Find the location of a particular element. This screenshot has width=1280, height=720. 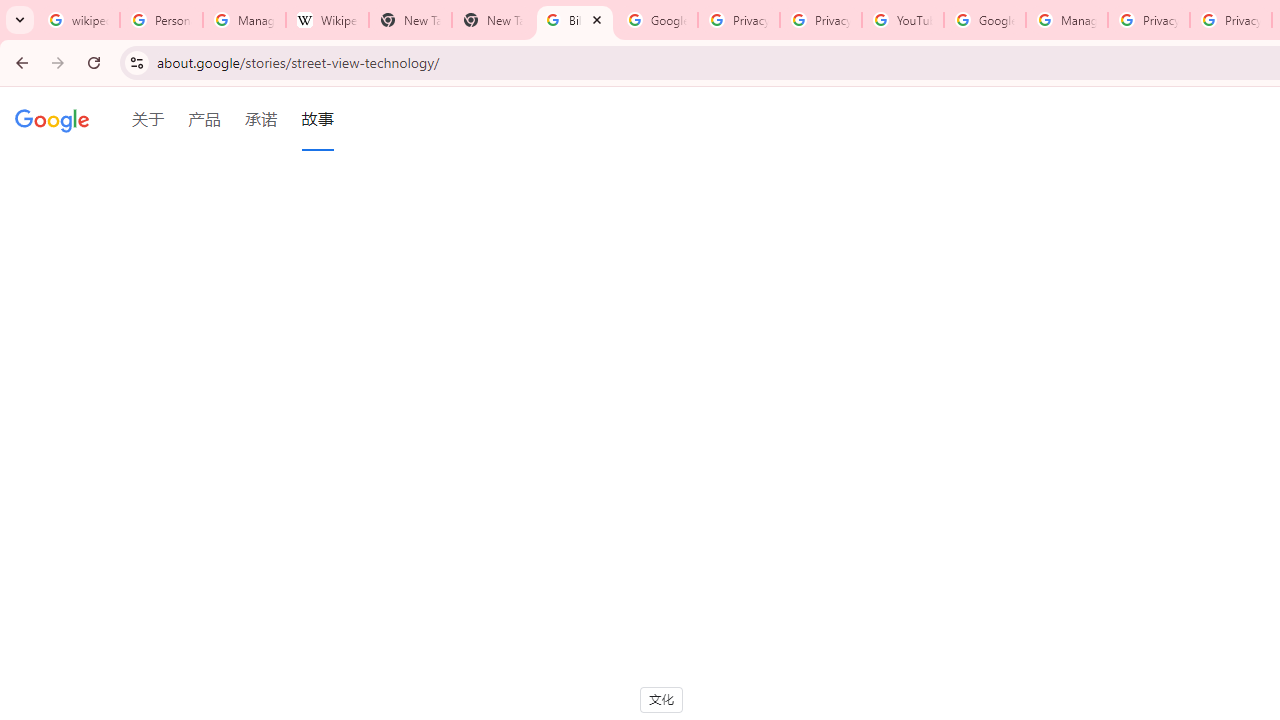

'New Tab' is located at coordinates (492, 20).